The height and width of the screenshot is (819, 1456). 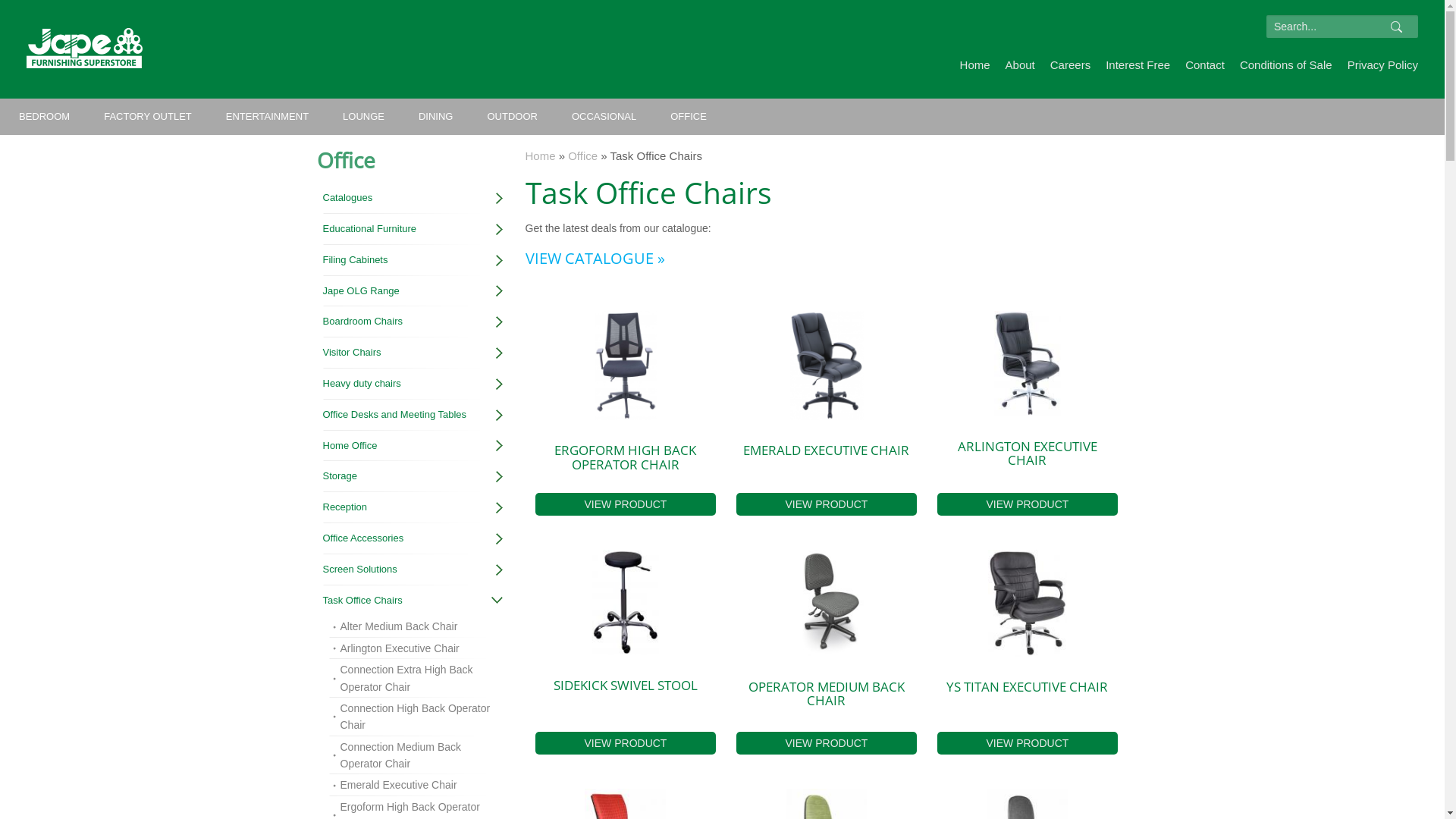 What do you see at coordinates (417, 755) in the screenshot?
I see `'Connection Medium Back Operator Chair'` at bounding box center [417, 755].